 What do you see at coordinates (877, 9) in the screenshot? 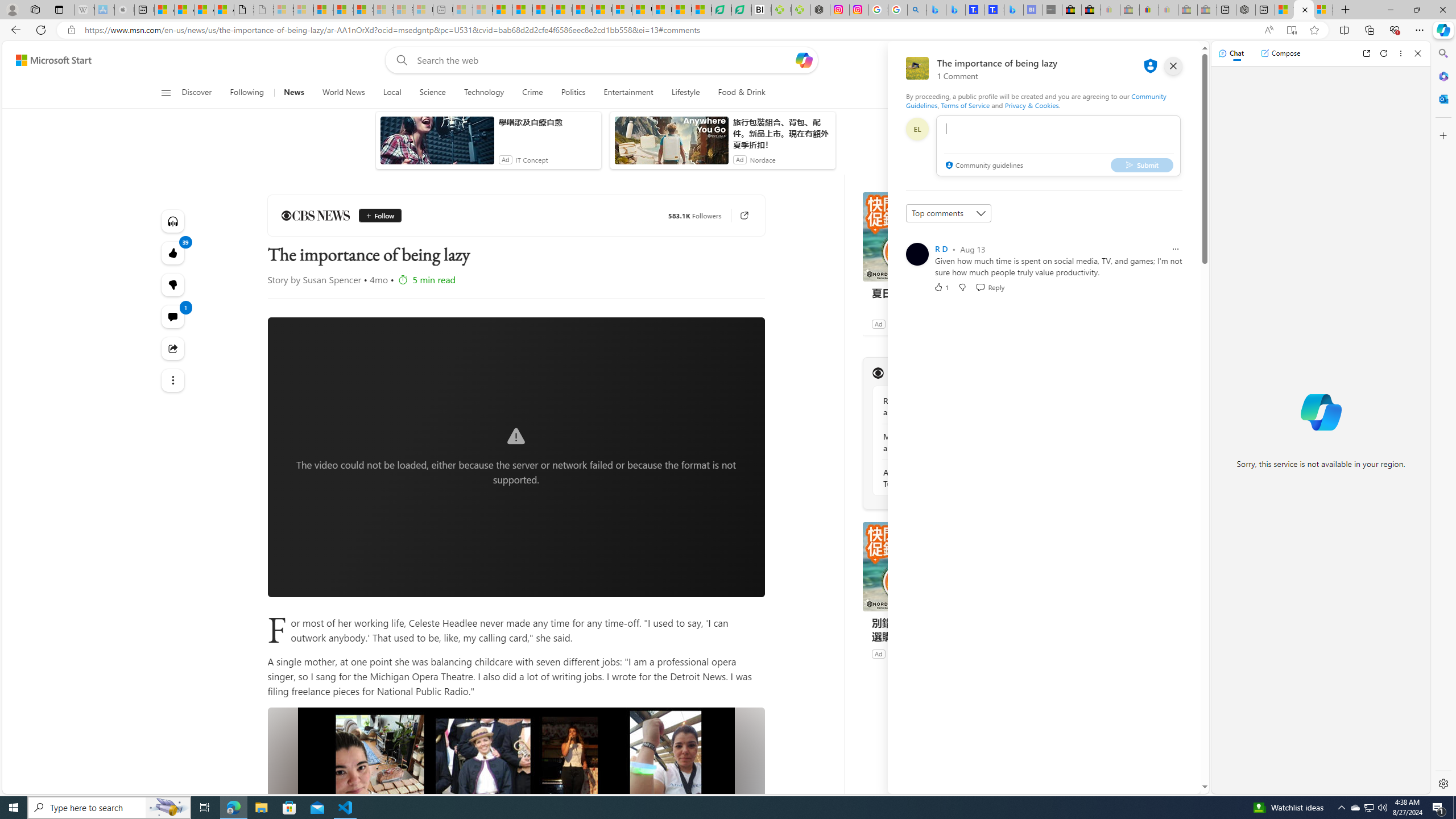
I see `'Safety in Our Products - Google Safety Center'` at bounding box center [877, 9].